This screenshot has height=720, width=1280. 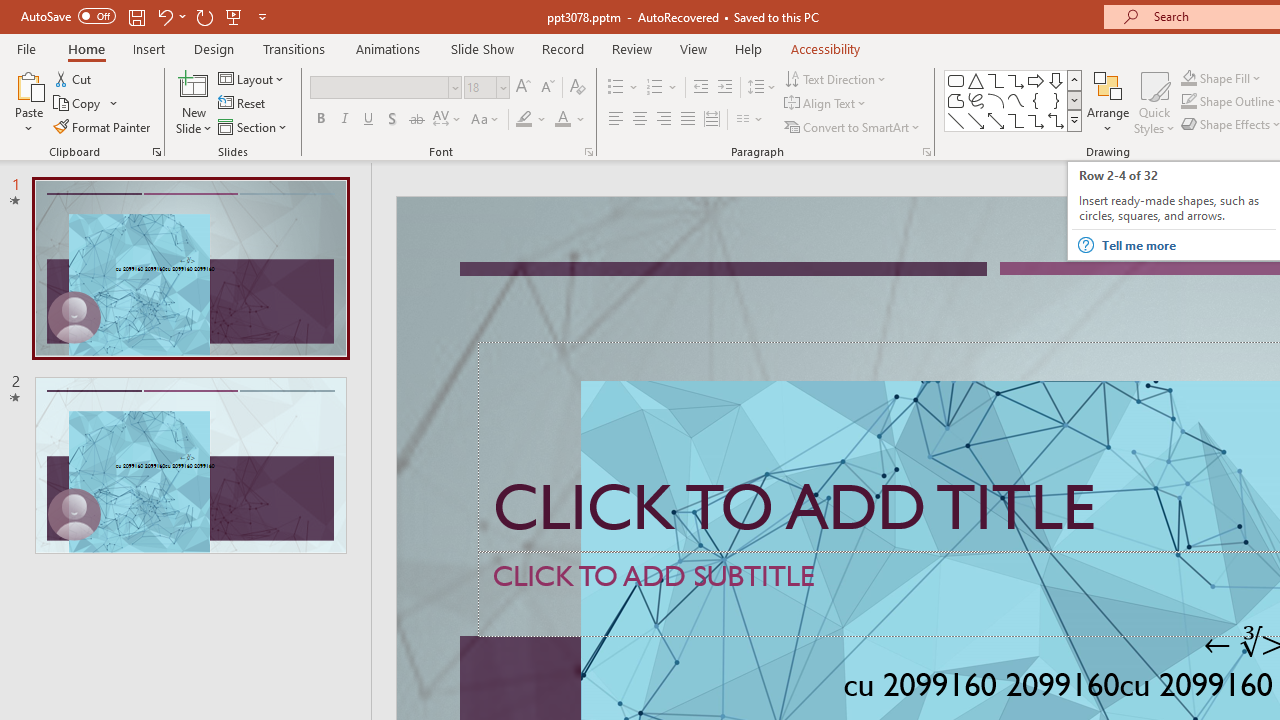 I want to click on 'Columns', so click(x=749, y=119).